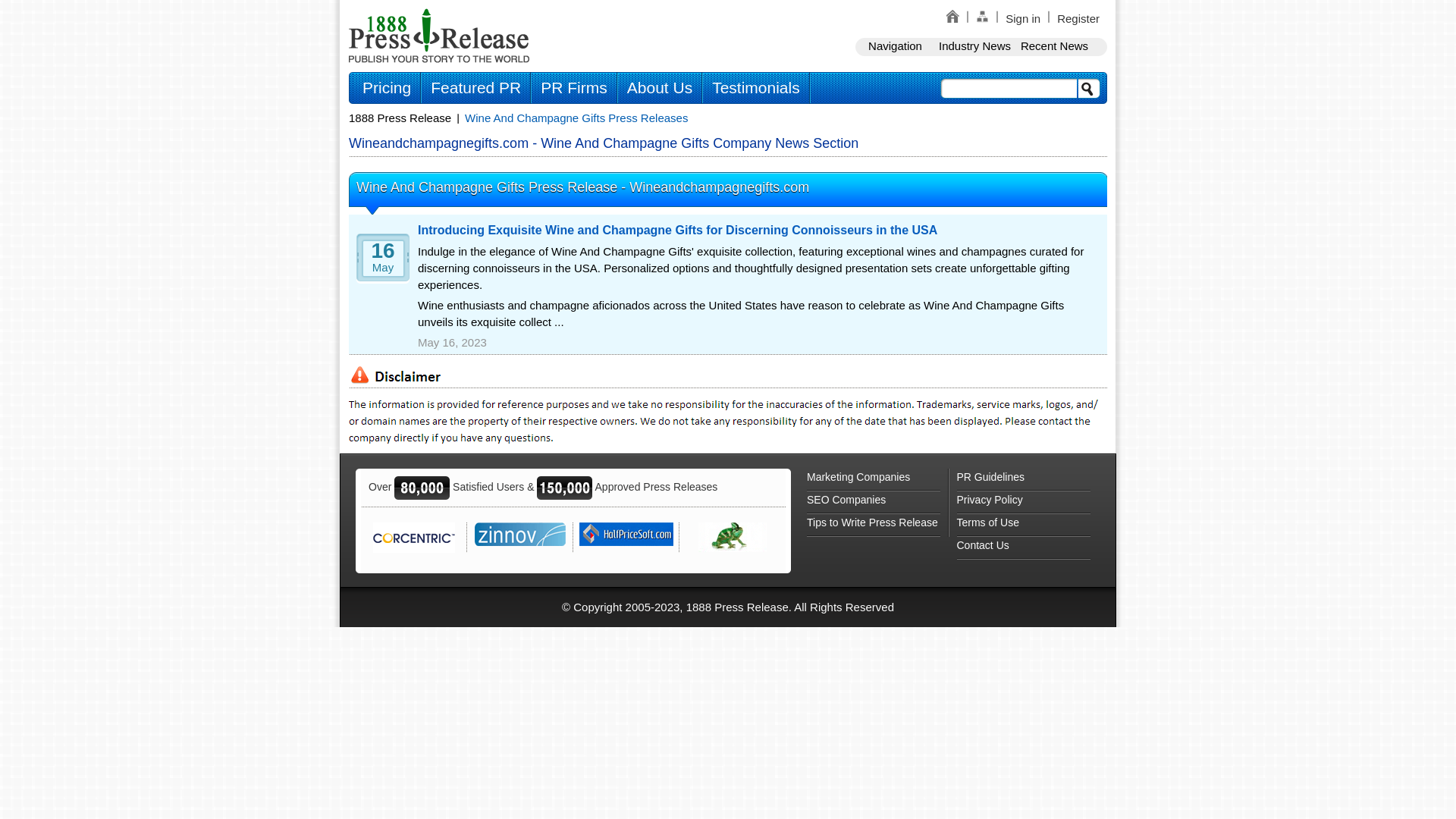  I want to click on 'Navigation', so click(855, 45).